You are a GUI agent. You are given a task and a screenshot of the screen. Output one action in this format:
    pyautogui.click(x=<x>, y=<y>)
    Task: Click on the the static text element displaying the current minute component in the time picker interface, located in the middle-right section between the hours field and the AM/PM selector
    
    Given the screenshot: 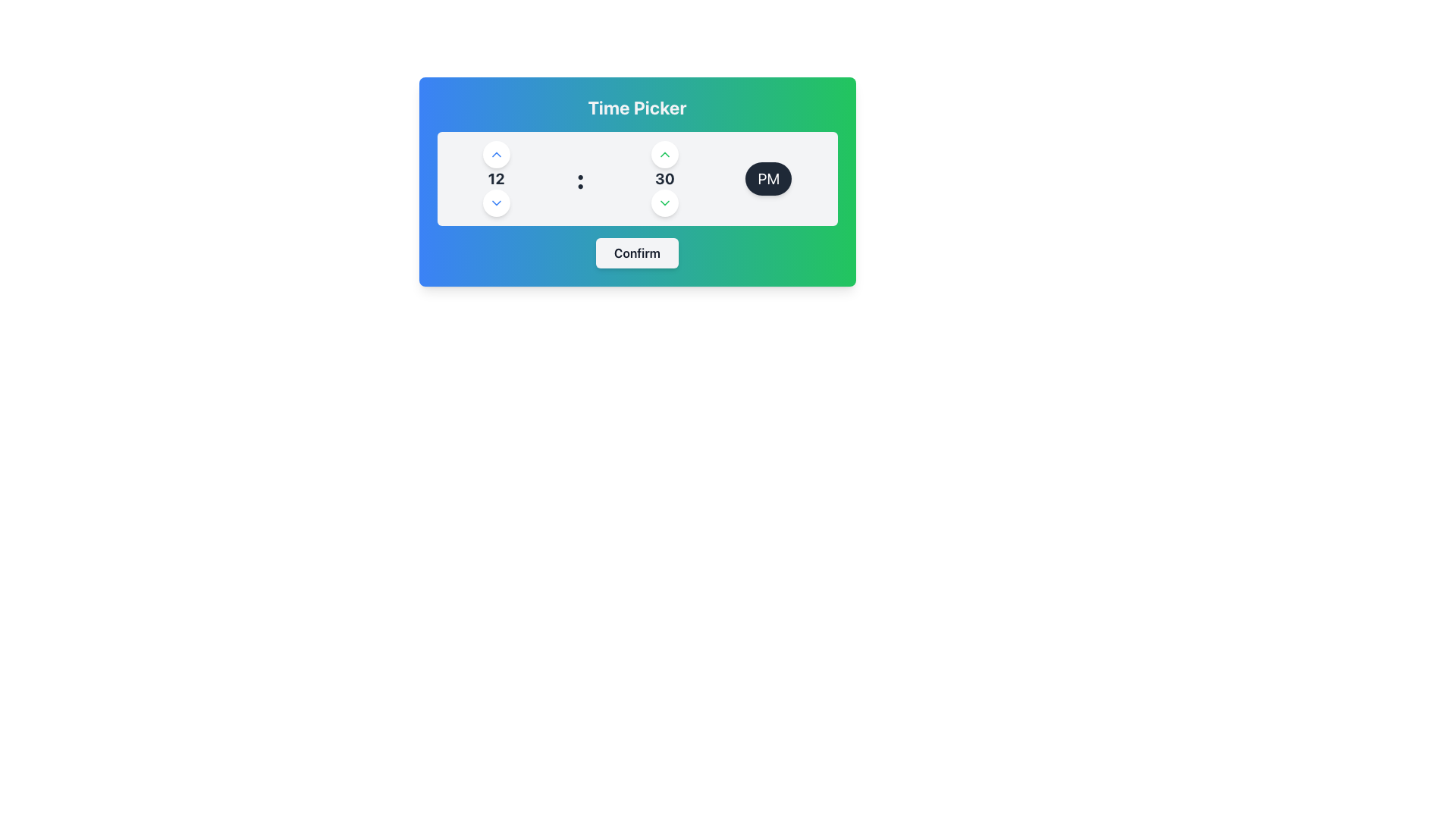 What is the action you would take?
    pyautogui.click(x=665, y=177)
    